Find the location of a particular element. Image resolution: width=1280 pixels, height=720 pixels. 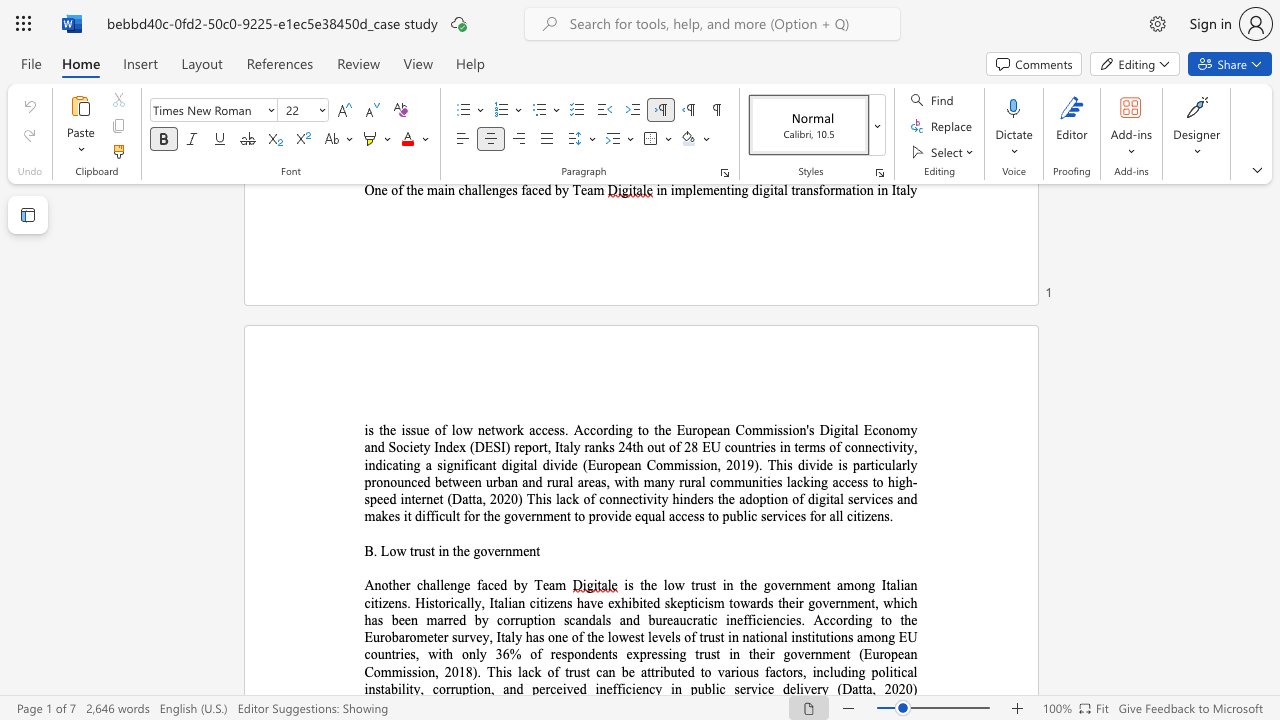

the subset text "and rural areas," within the text "a significant digital divide (European Commission, 2019). This divide is particularly pronounced between urban and rural areas, with many rural communities lacking access to high-speed internet (Datta, 2020) This" is located at coordinates (522, 482).